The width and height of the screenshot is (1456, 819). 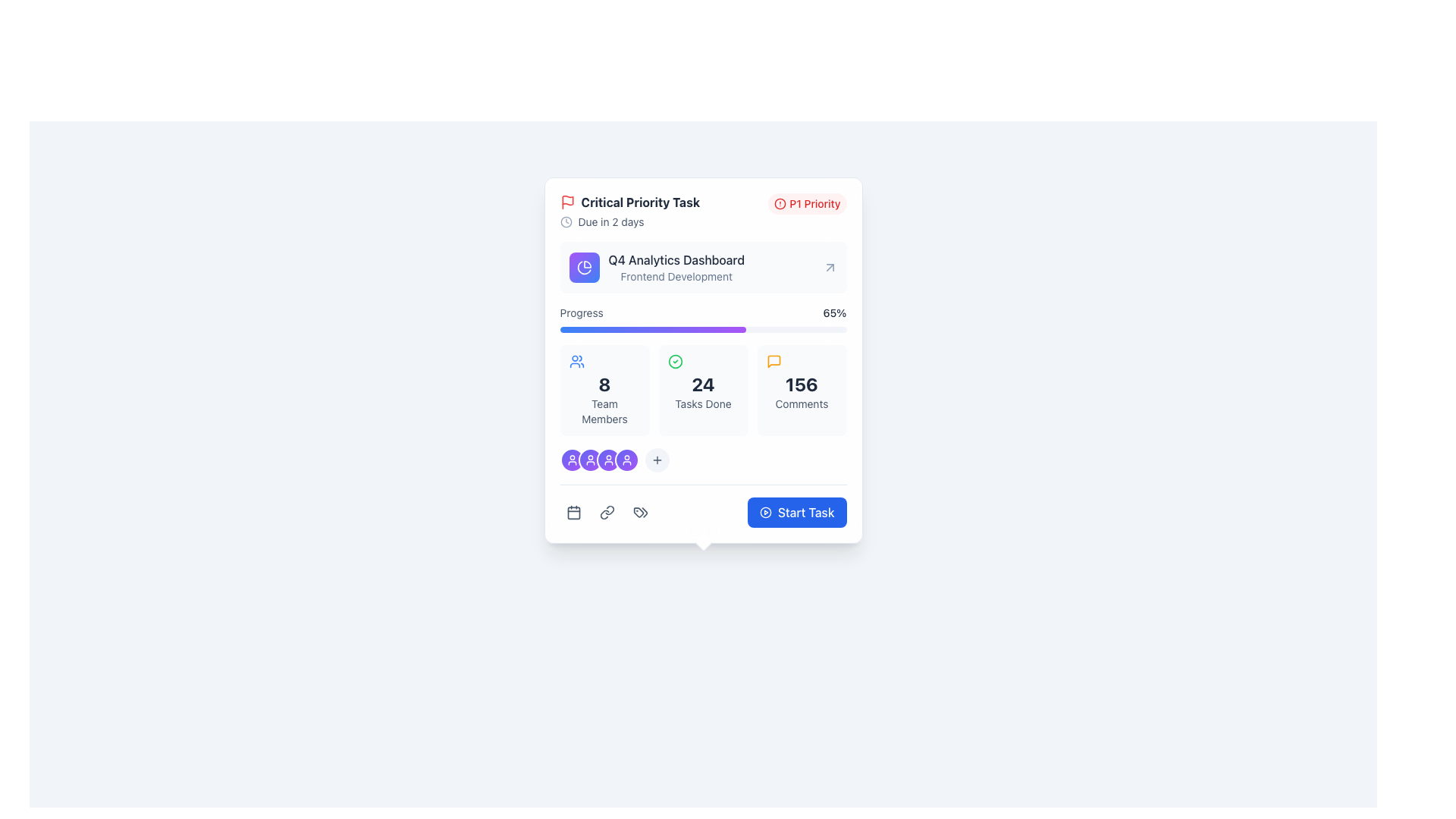 I want to click on the 'P1 Priority' badge, which features an alert icon and a light red background, located in the top-right corner of its containing card, so click(x=807, y=203).